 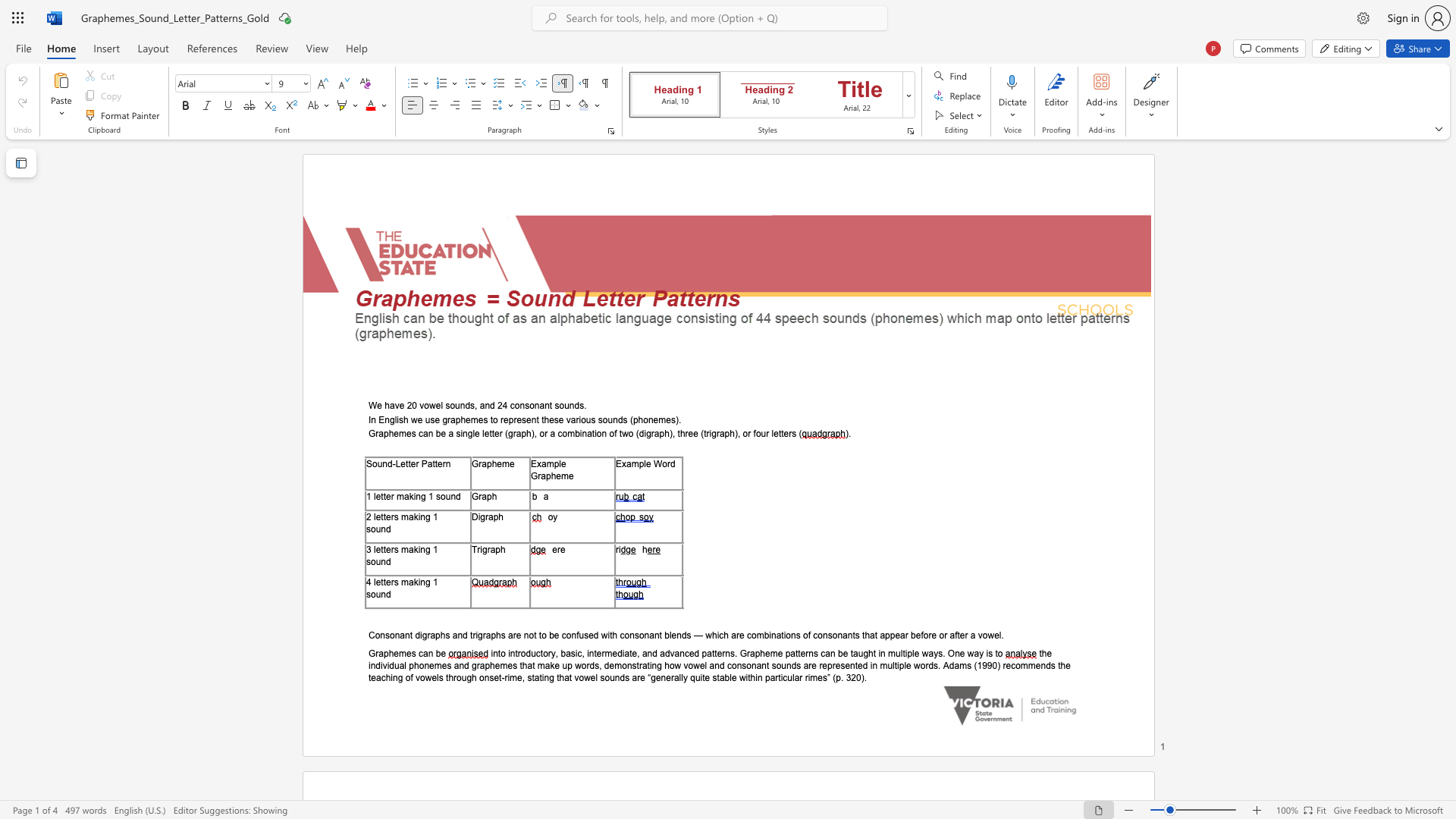 What do you see at coordinates (416, 463) in the screenshot?
I see `the subset text "r Patt" within the text "Sound-Letter Pattern"` at bounding box center [416, 463].